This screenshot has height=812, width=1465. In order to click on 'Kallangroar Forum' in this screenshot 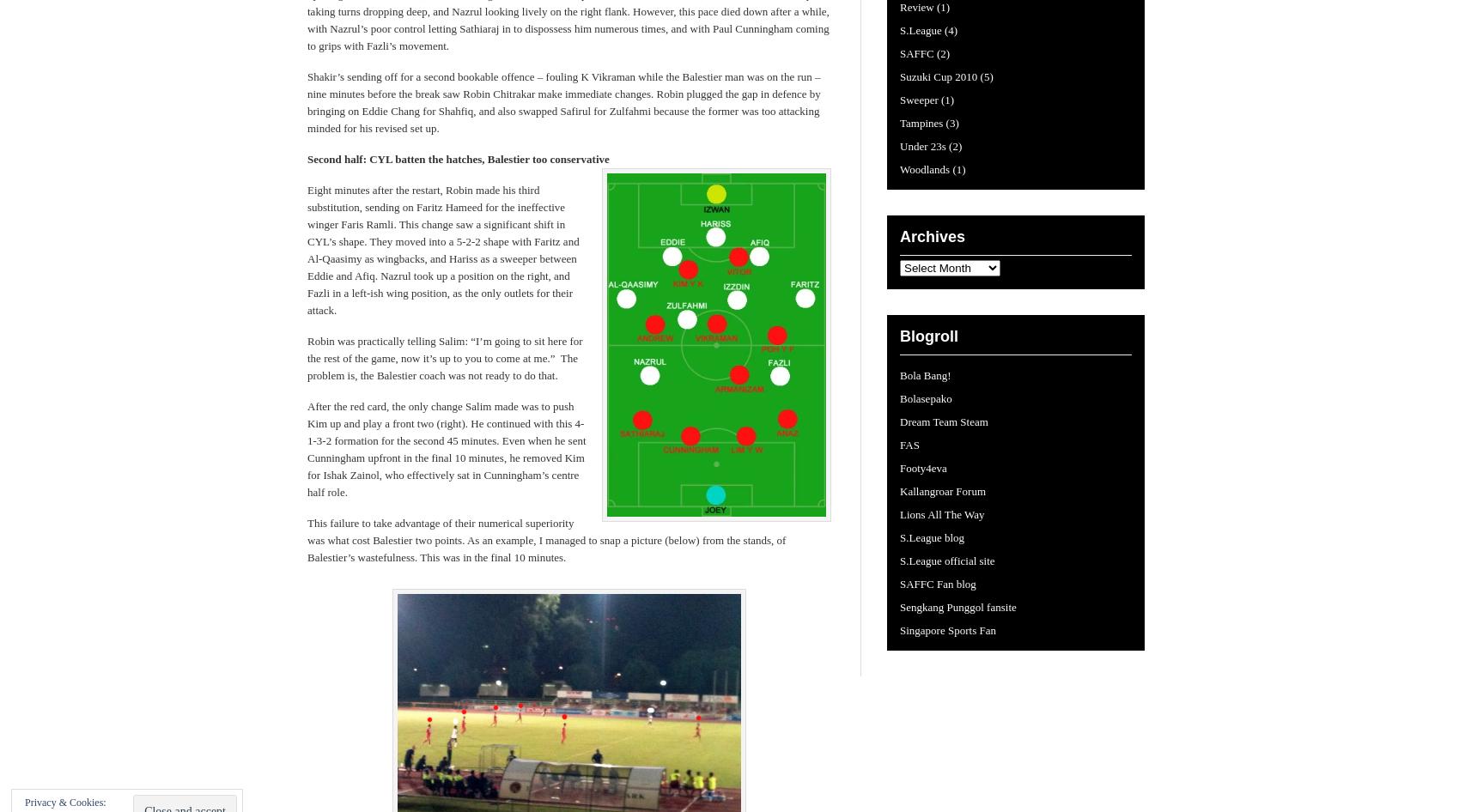, I will do `click(942, 490)`.